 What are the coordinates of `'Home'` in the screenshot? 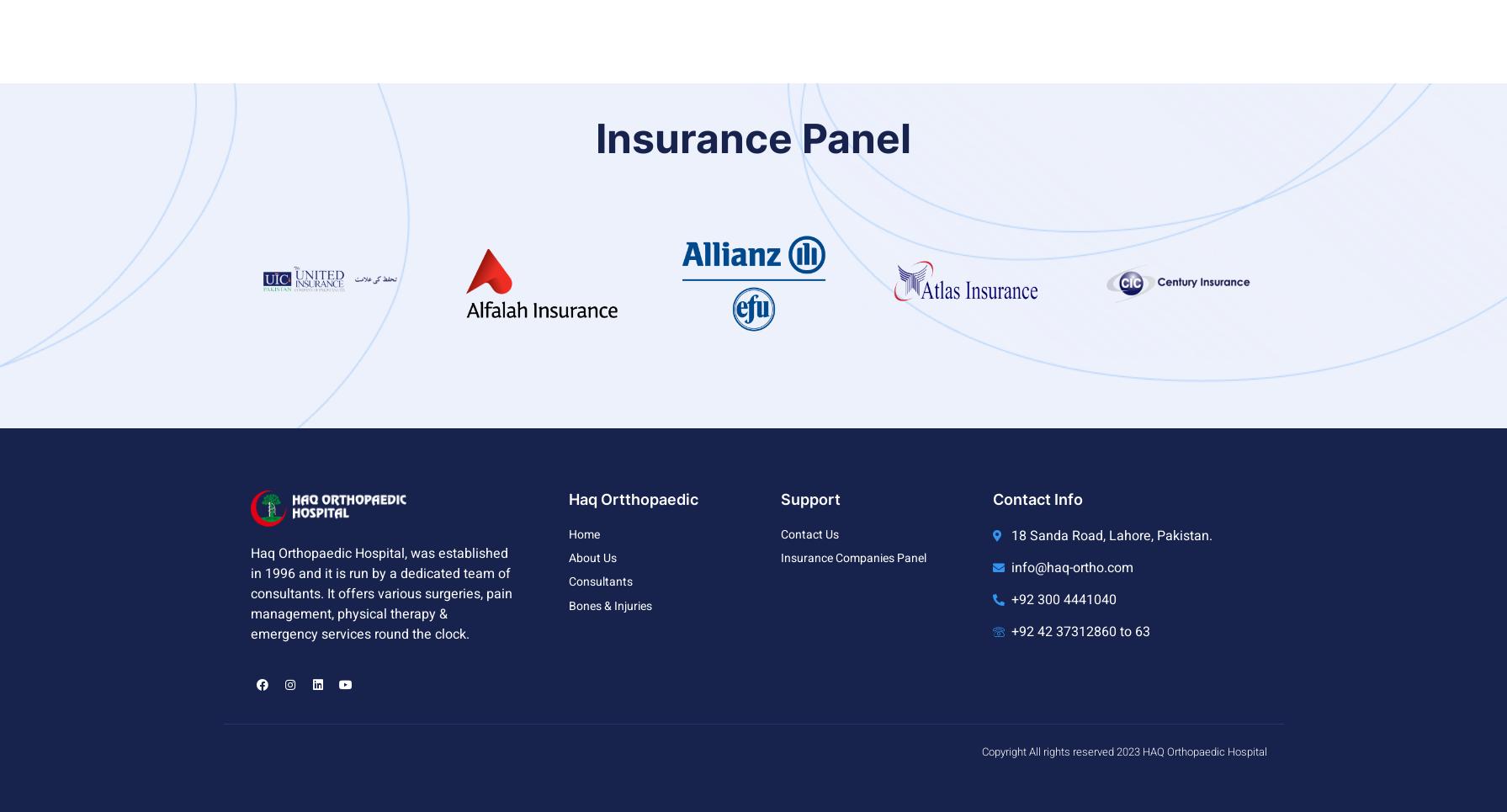 It's located at (568, 533).